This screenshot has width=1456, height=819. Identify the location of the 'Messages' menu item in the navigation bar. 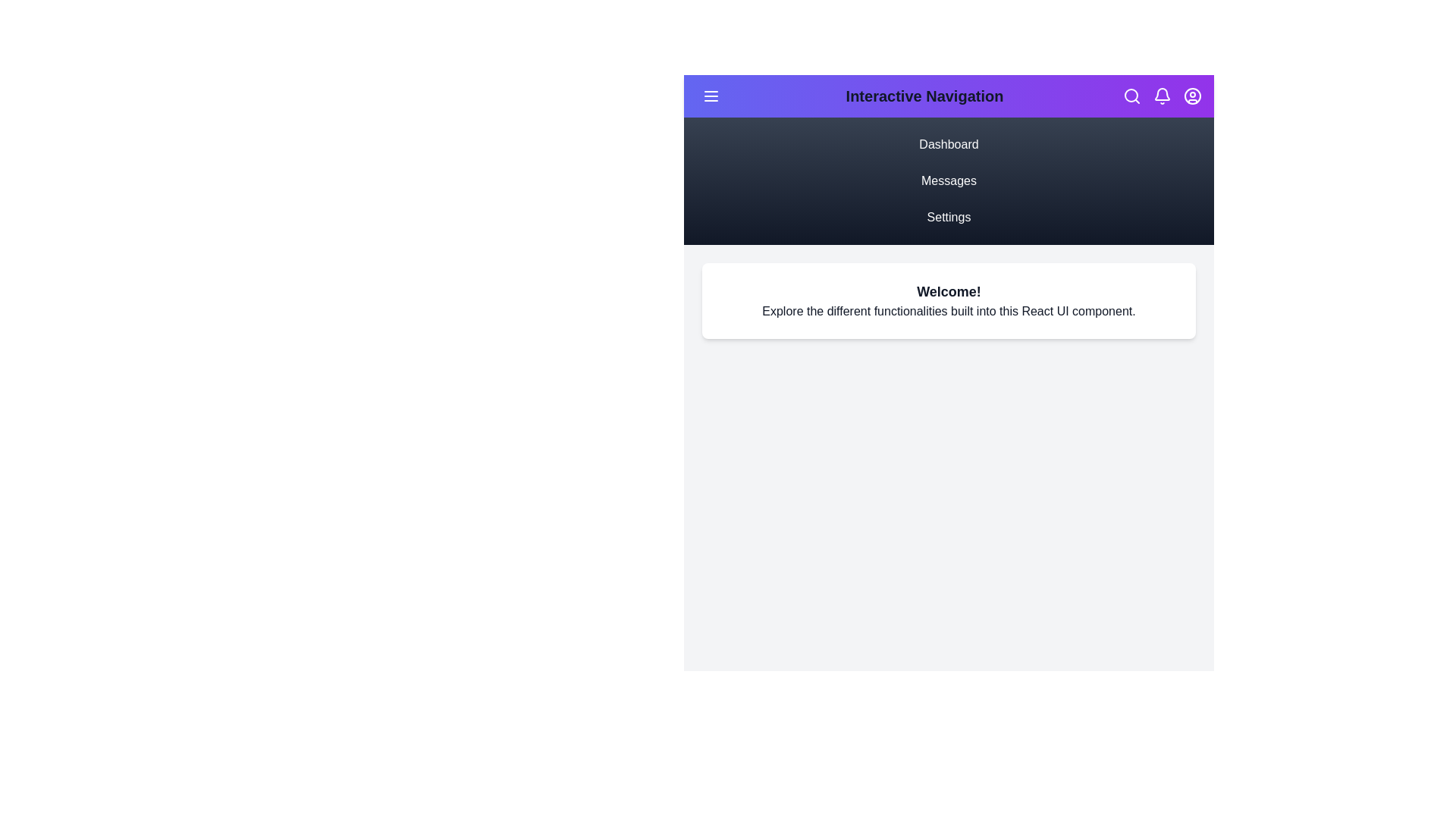
(948, 180).